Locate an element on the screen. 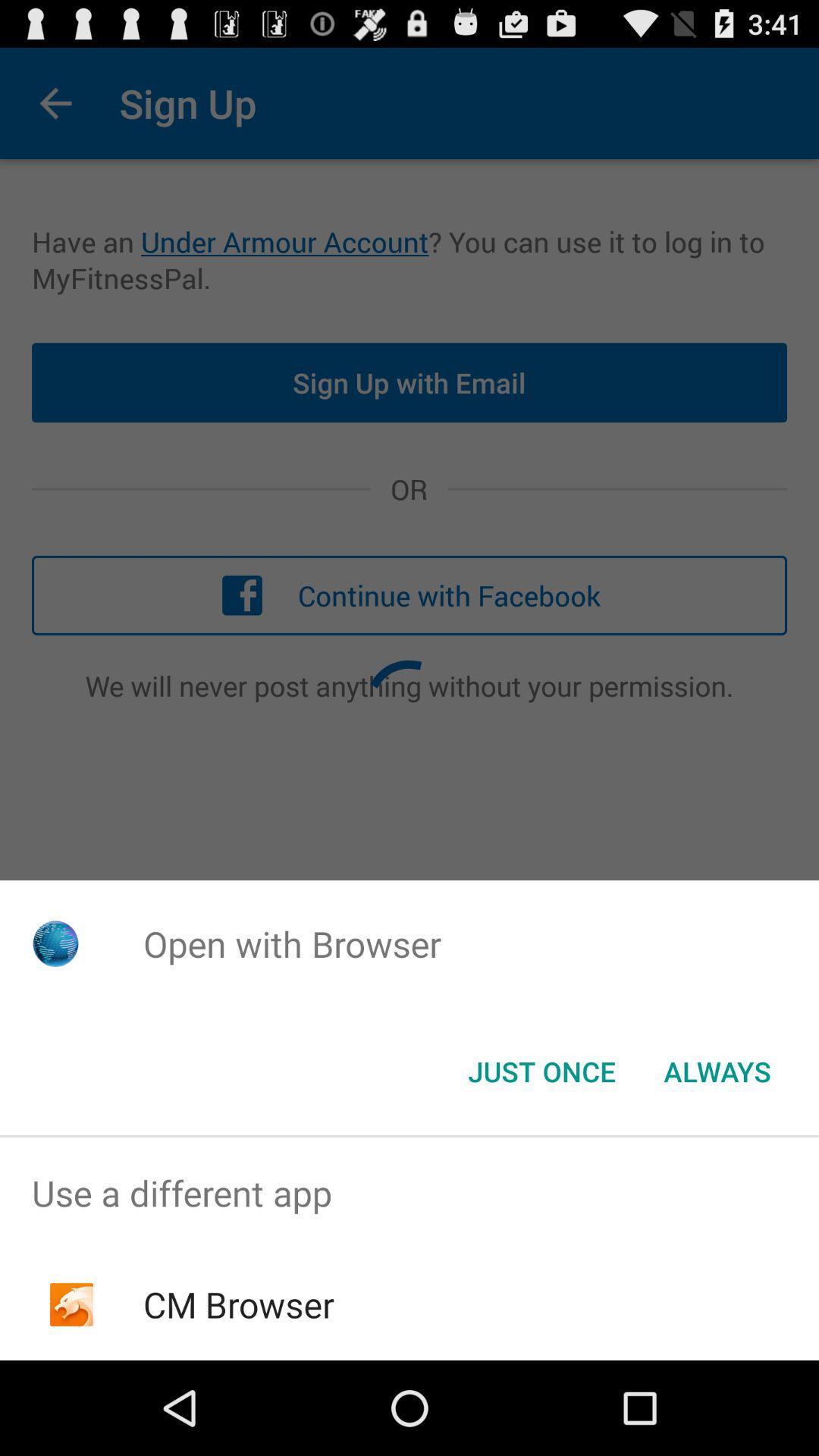 This screenshot has height=1456, width=819. the always icon is located at coordinates (717, 1070).